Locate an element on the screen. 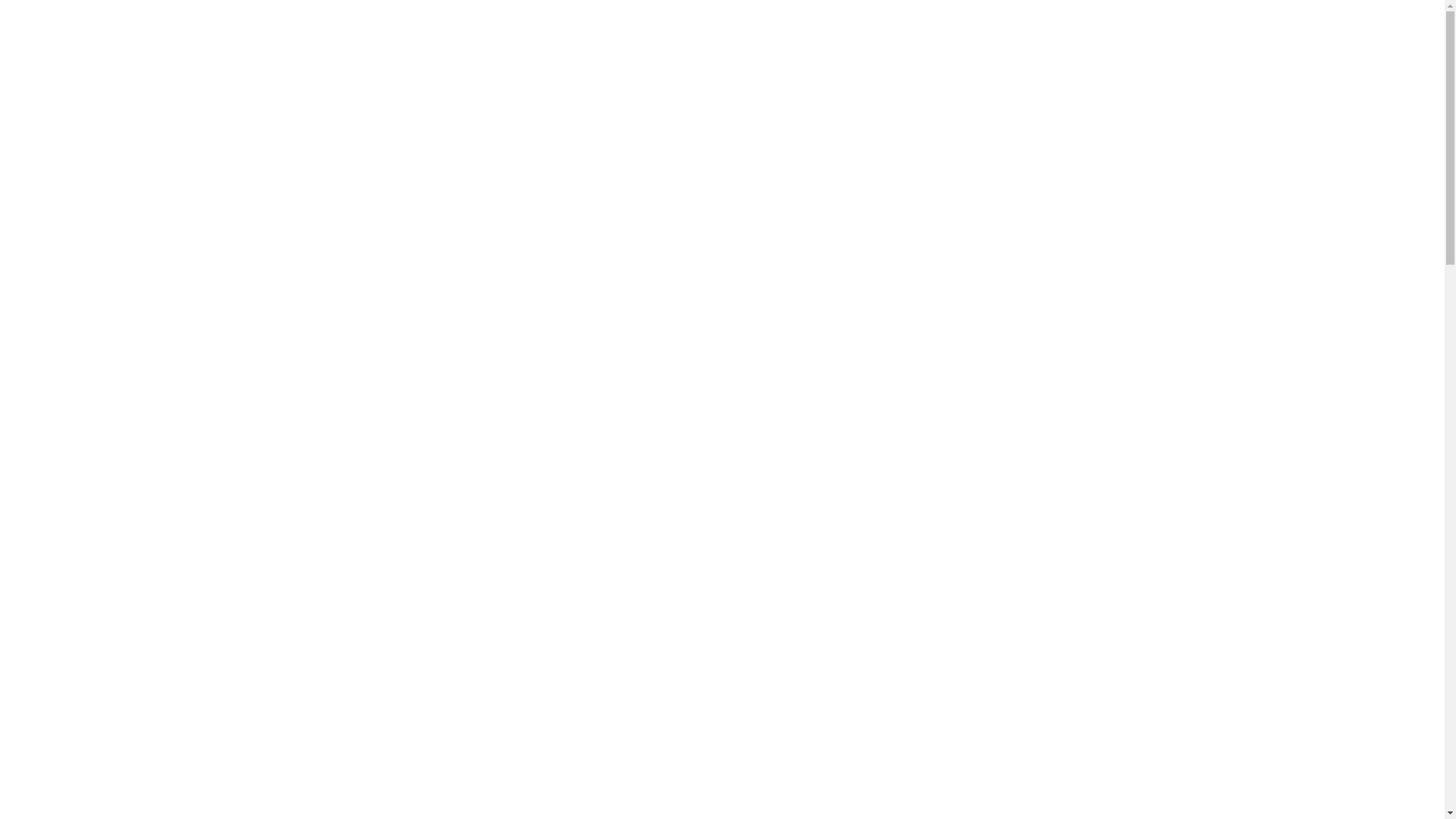 The width and height of the screenshot is (1456, 819). 'Lansing' is located at coordinates (345, 86).